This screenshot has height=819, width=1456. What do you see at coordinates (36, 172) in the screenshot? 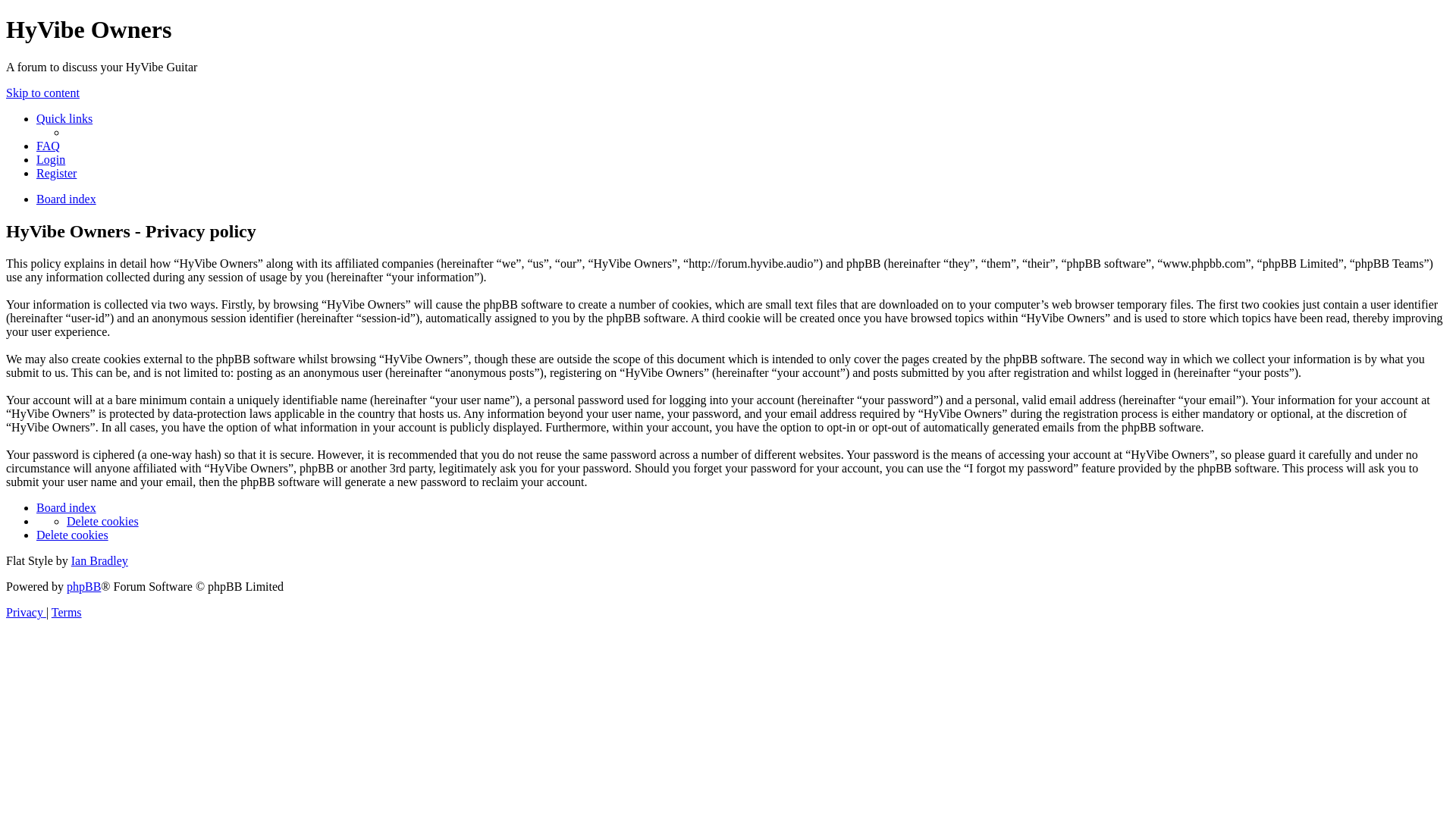
I see `'Register'` at bounding box center [36, 172].